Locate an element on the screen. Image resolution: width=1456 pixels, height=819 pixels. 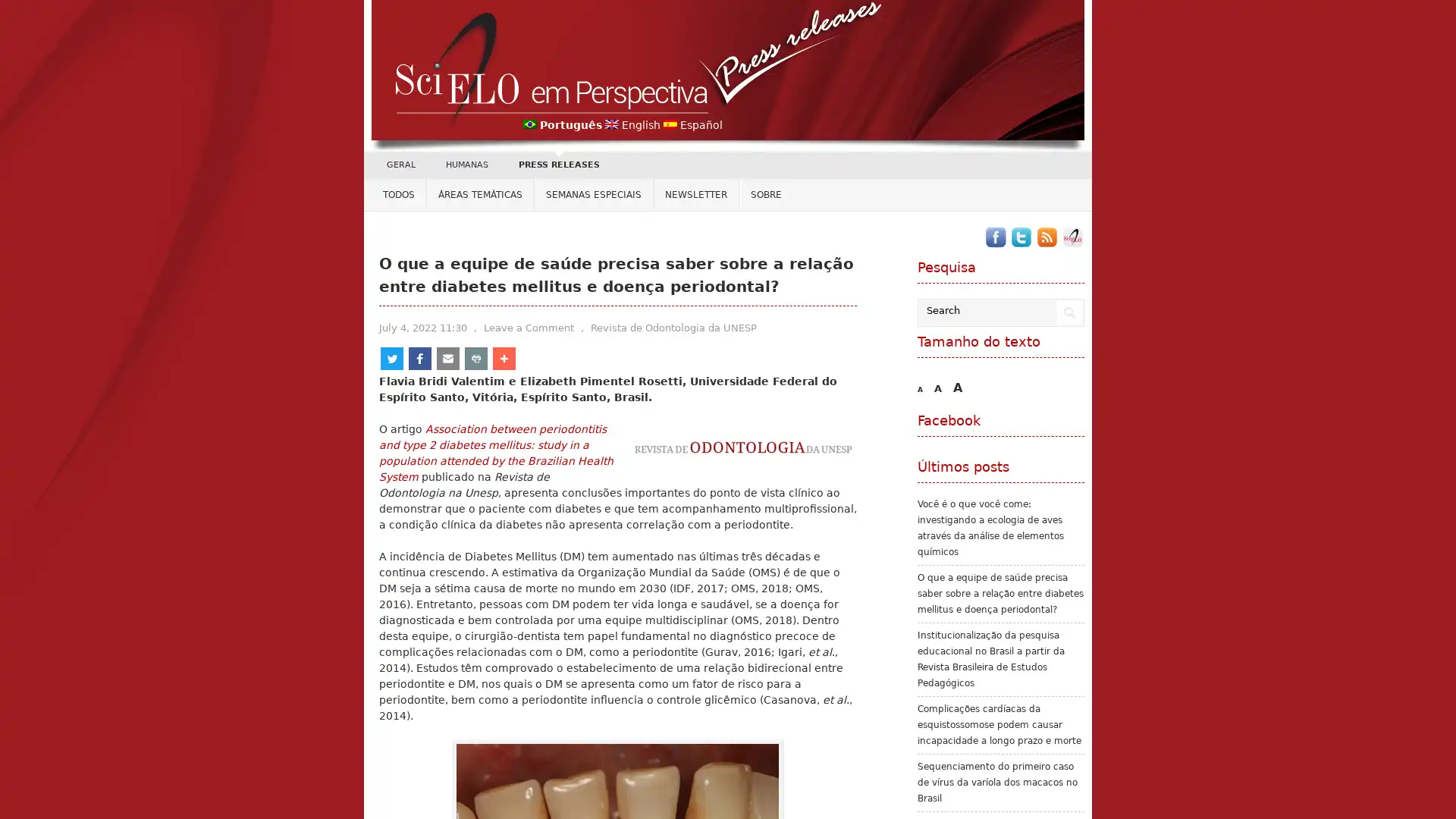
Search is located at coordinates (1068, 312).